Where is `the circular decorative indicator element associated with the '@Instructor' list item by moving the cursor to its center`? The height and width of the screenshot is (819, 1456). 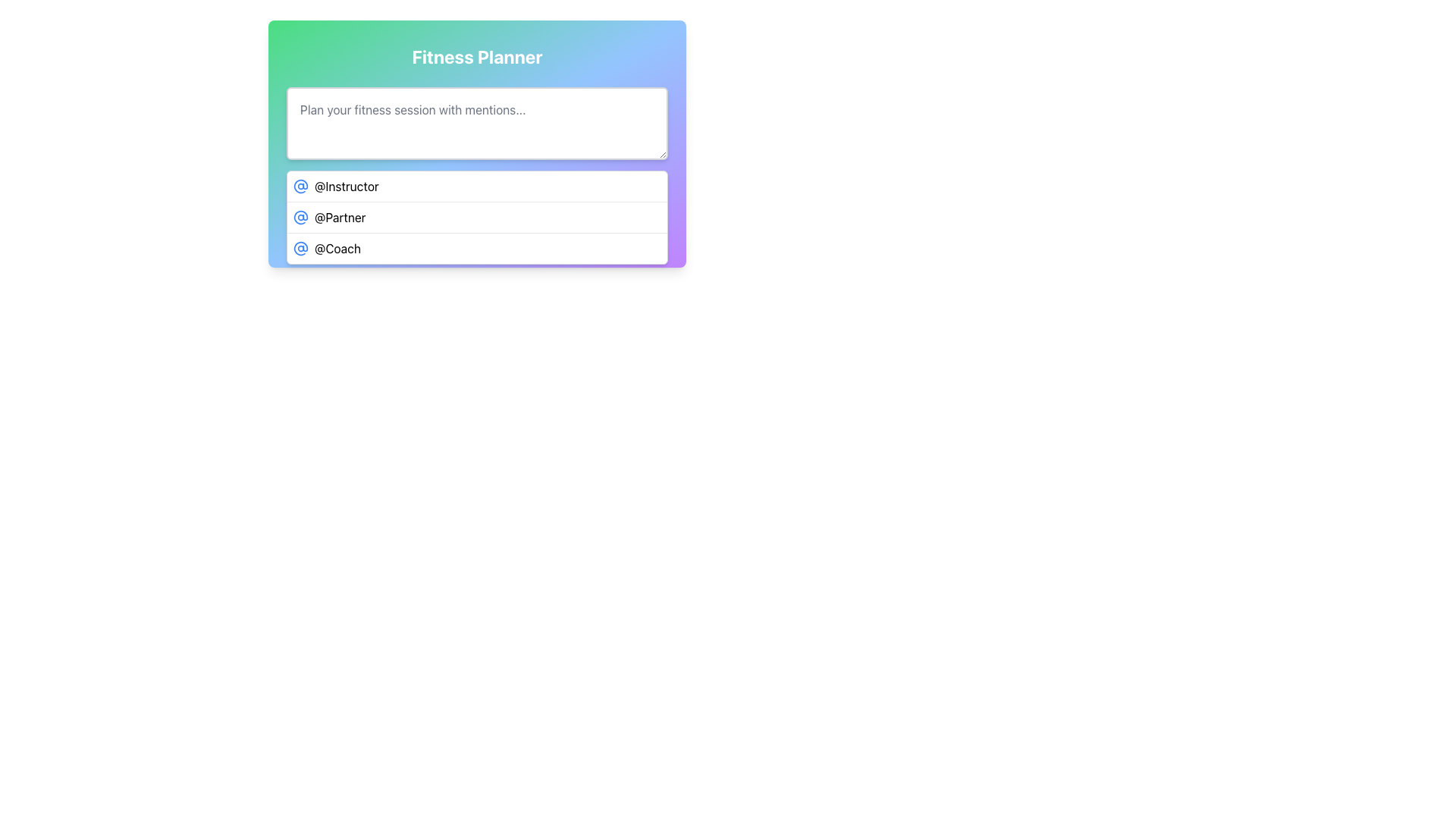 the circular decorative indicator element associated with the '@Instructor' list item by moving the cursor to its center is located at coordinates (305, 197).